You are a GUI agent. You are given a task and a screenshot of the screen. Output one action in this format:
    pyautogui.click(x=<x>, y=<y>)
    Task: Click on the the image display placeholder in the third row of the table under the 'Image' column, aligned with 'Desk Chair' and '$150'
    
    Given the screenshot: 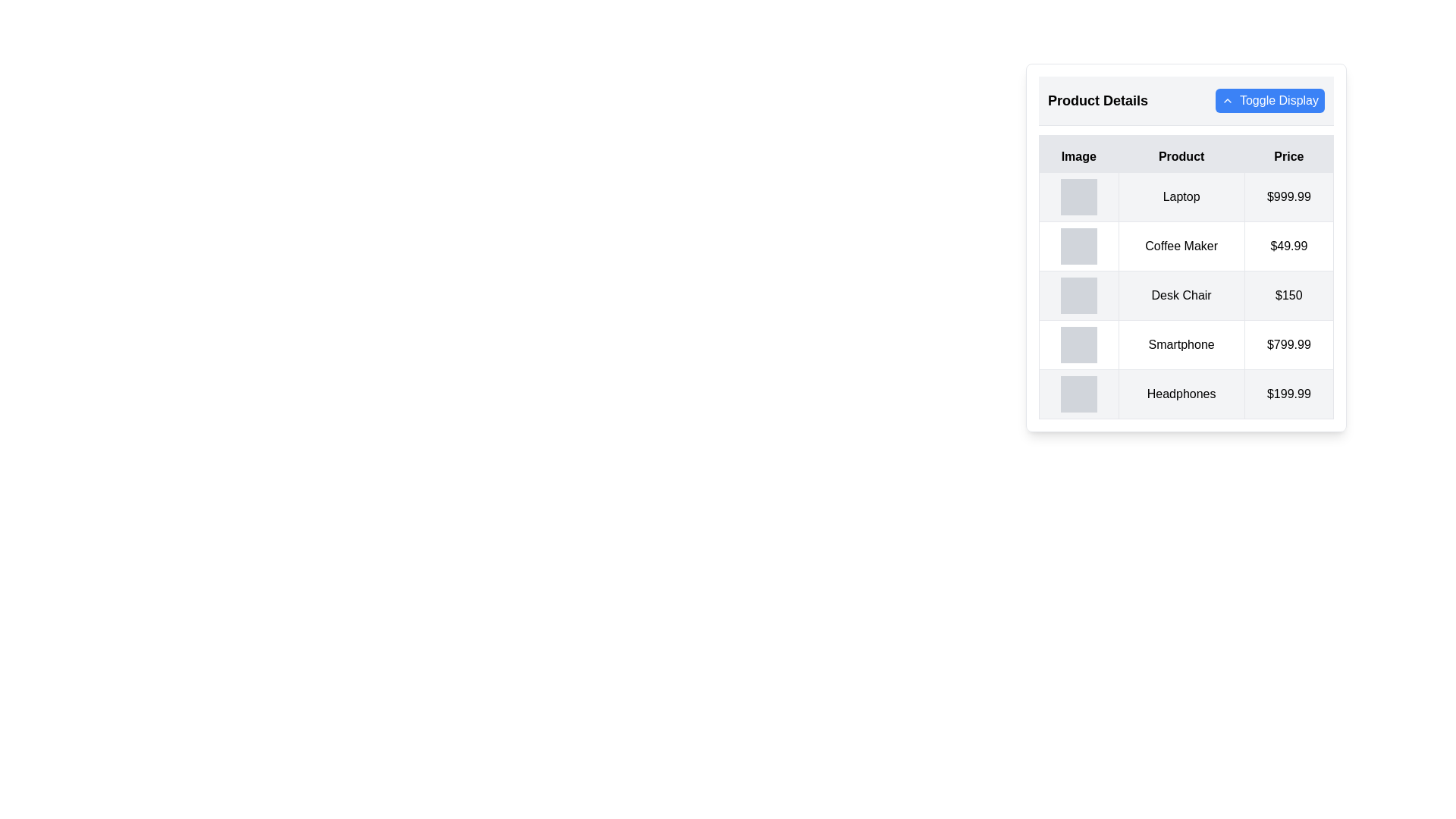 What is the action you would take?
    pyautogui.click(x=1078, y=295)
    